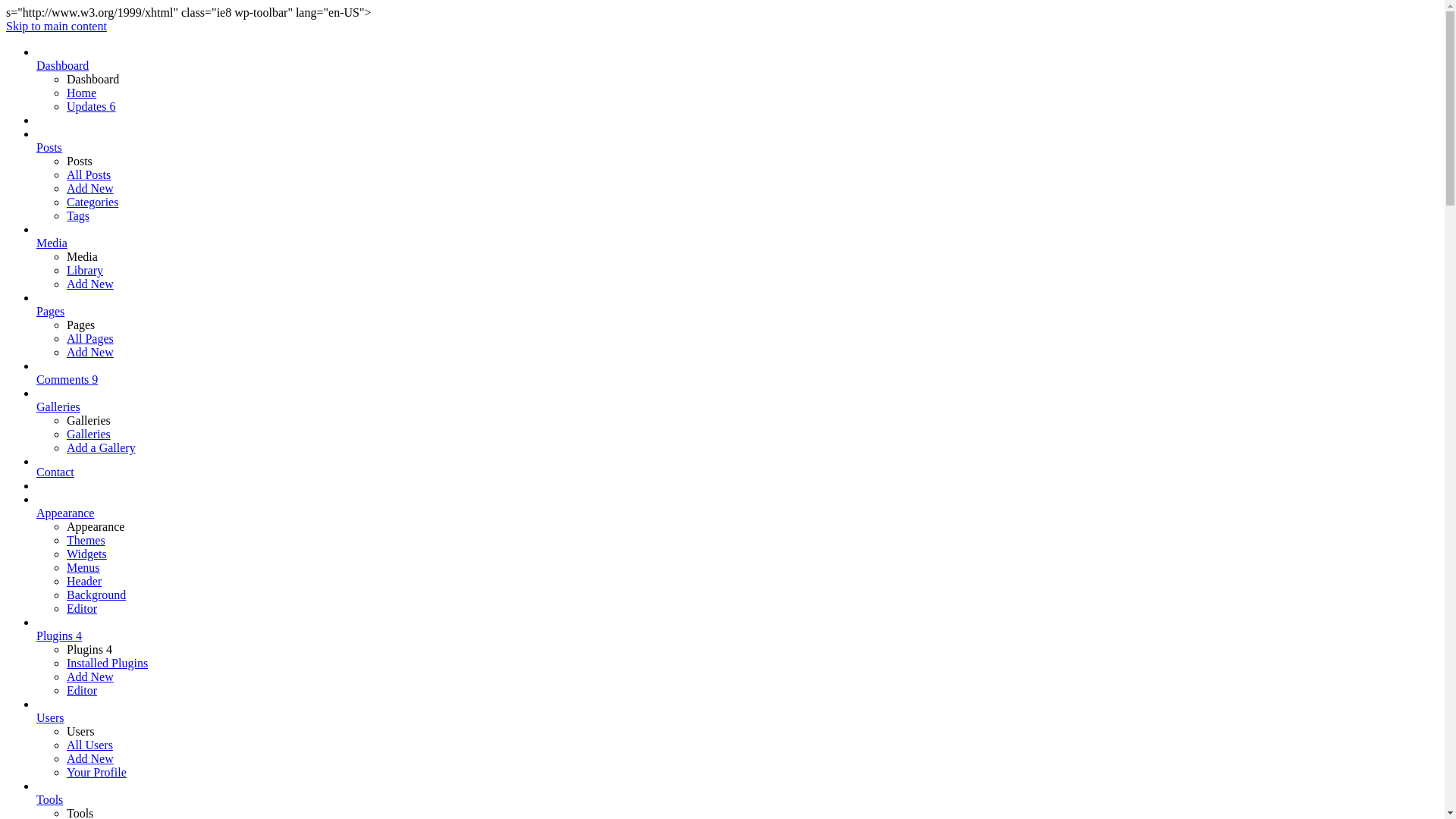 This screenshot has width=1456, height=819. Describe the element at coordinates (77, 215) in the screenshot. I see `'Tags'` at that location.